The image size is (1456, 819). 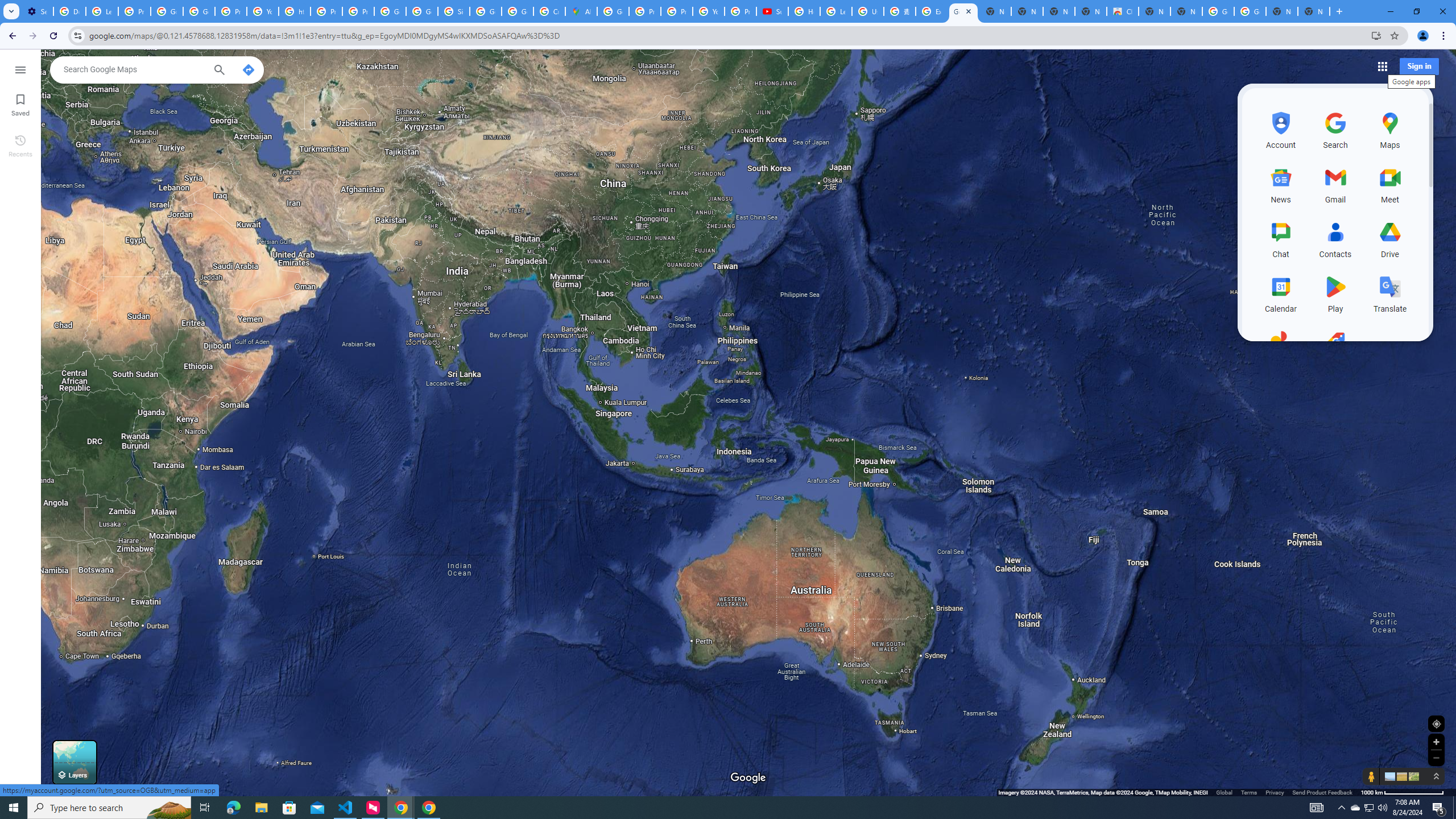 What do you see at coordinates (1123, 11) in the screenshot?
I see `'Chrome Web Store'` at bounding box center [1123, 11].